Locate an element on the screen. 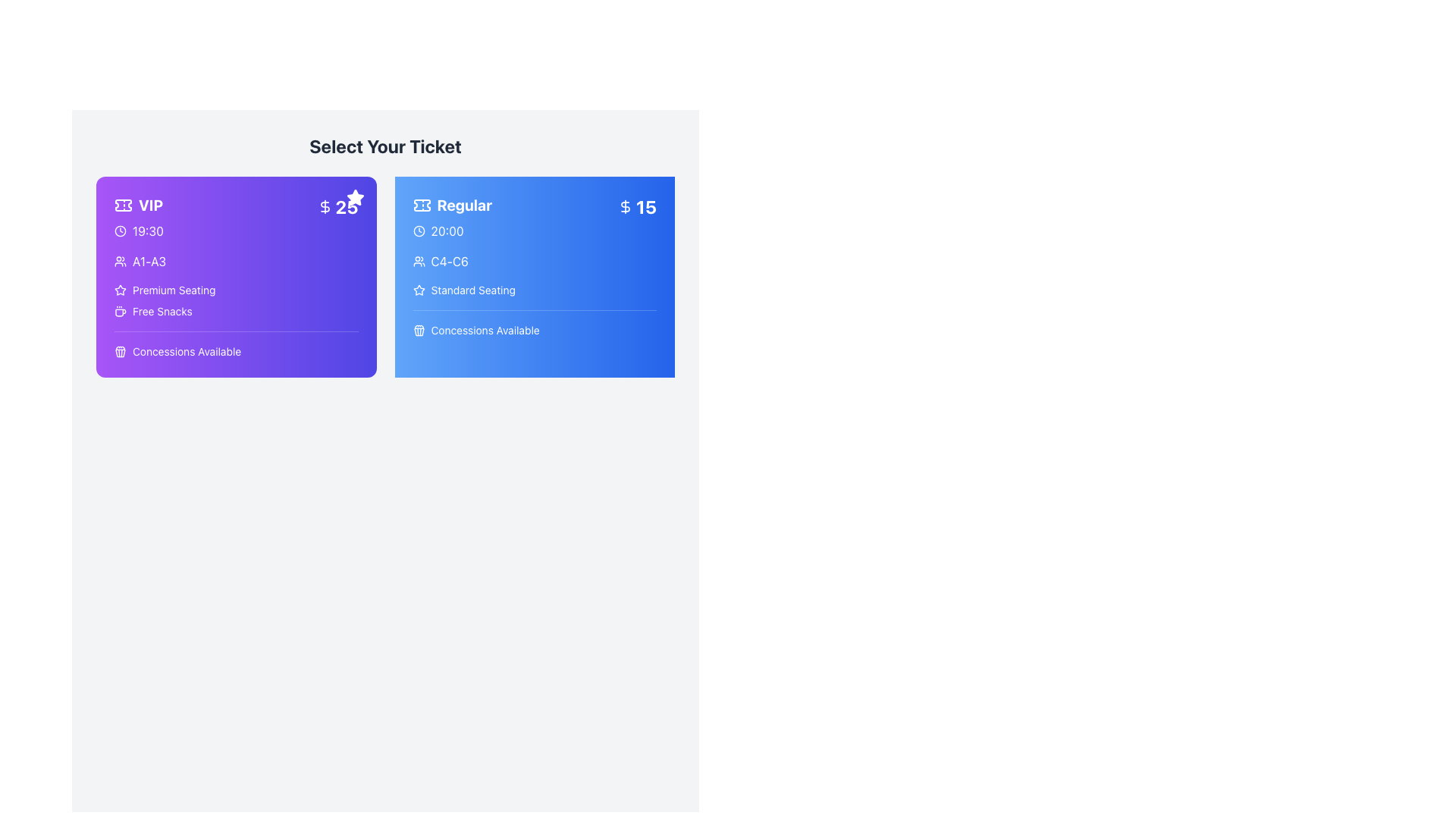 The image size is (1456, 819). the waste disposal icon located below the 'Concessions Available' text in the regular ticket section of the UI is located at coordinates (419, 331).